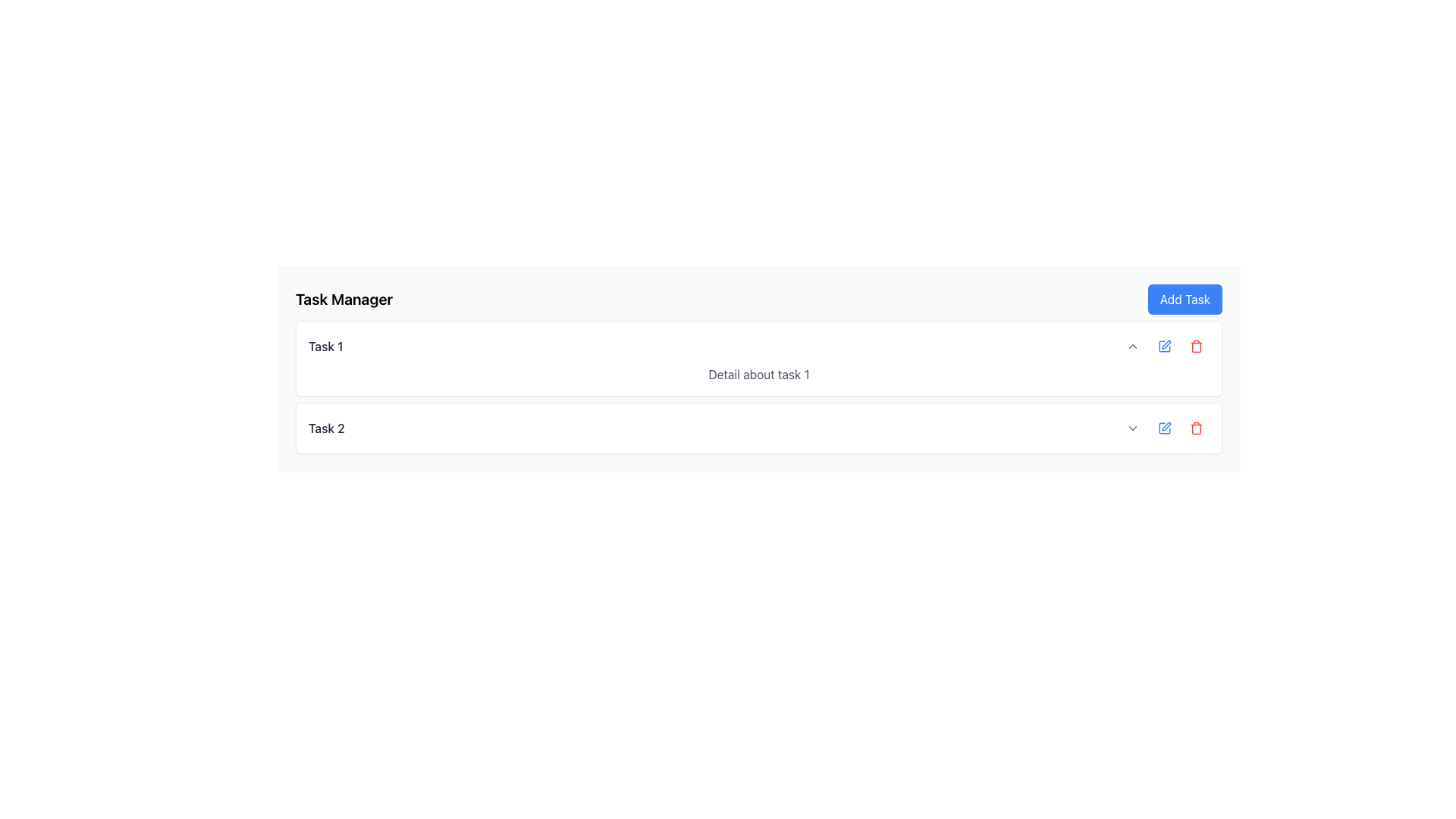  What do you see at coordinates (1164, 428) in the screenshot?
I see `the edit icon button located on the right side of the task list associated with 'Task 2' to initiate the edit action` at bounding box center [1164, 428].